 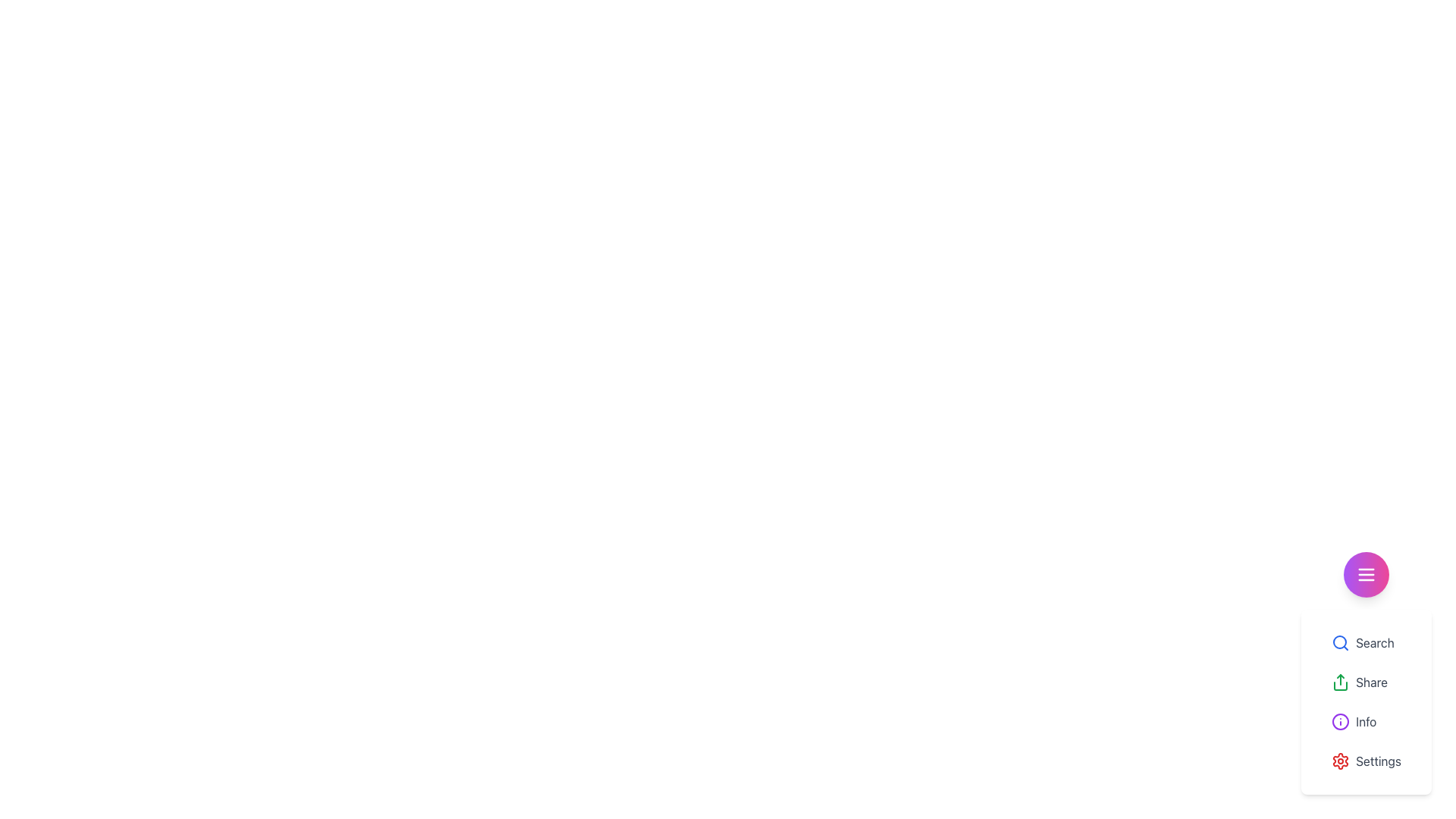 What do you see at coordinates (1367, 643) in the screenshot?
I see `the 'Search' button, which is represented by a blue magnifying glass icon followed by the label 'Search' in black text` at bounding box center [1367, 643].